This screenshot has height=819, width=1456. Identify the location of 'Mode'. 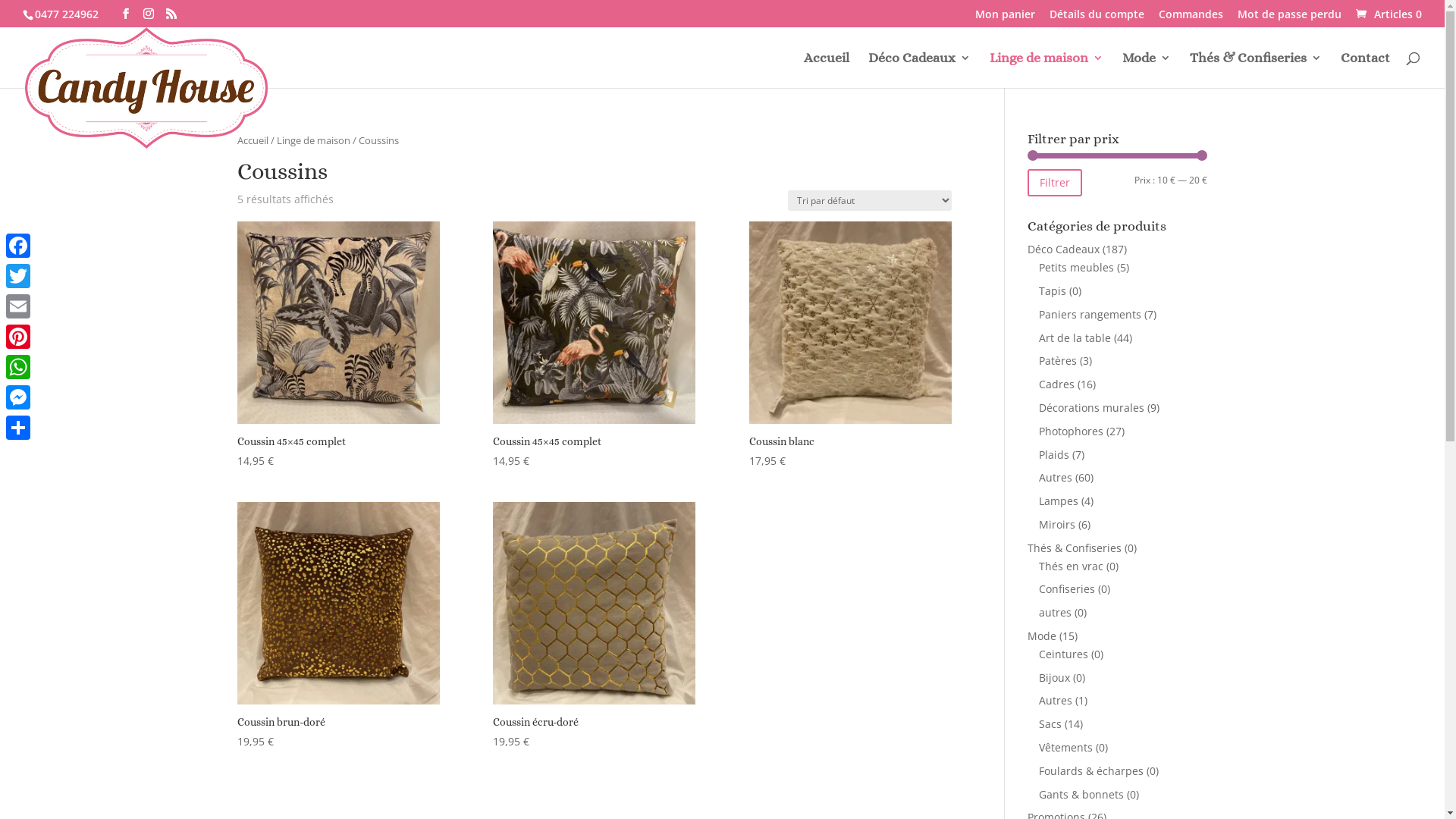
(1147, 70).